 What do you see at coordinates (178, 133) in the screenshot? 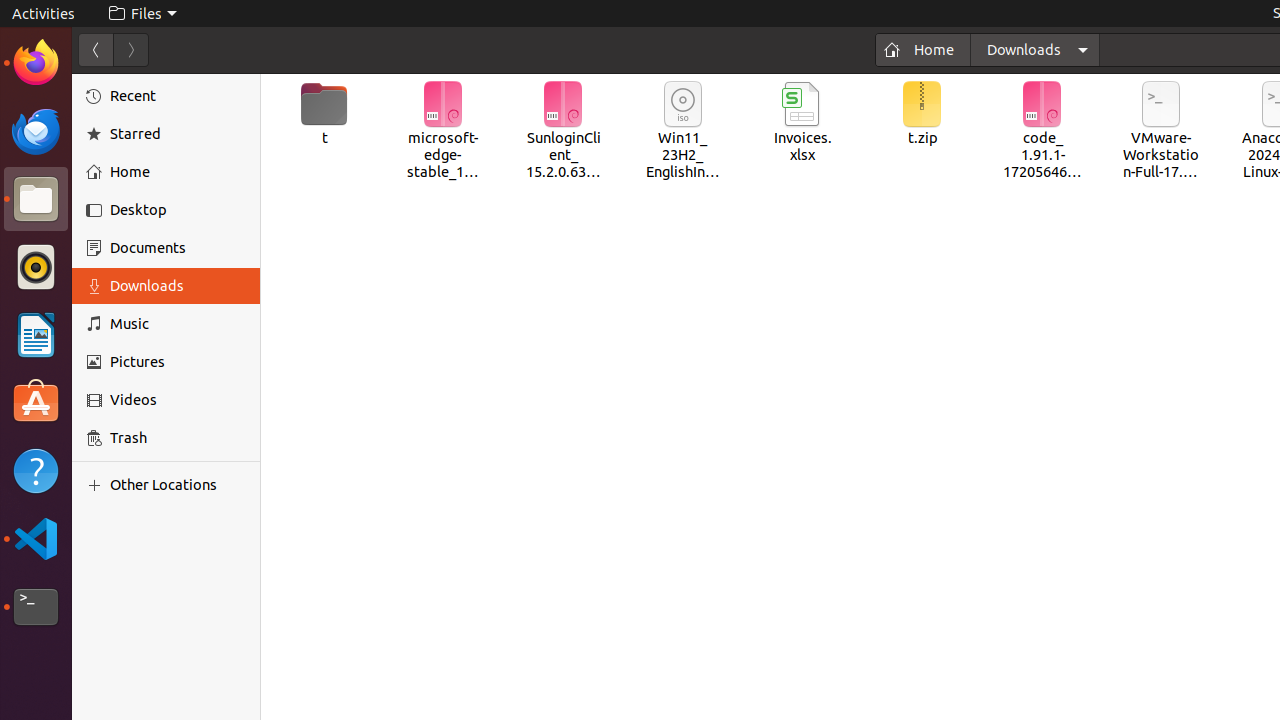
I see `'Starred'` at bounding box center [178, 133].